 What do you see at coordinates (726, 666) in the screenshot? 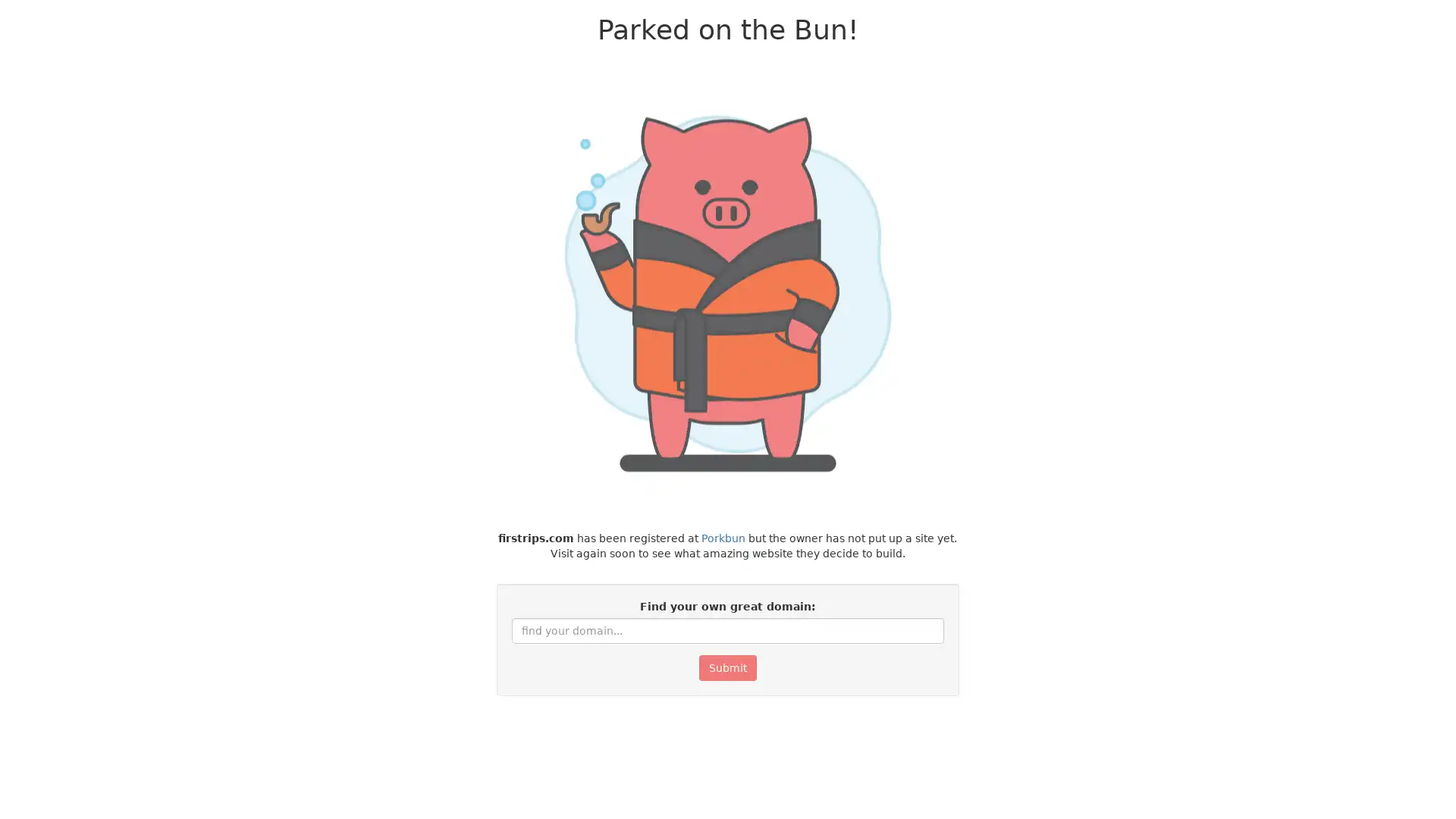
I see `Submit` at bounding box center [726, 666].